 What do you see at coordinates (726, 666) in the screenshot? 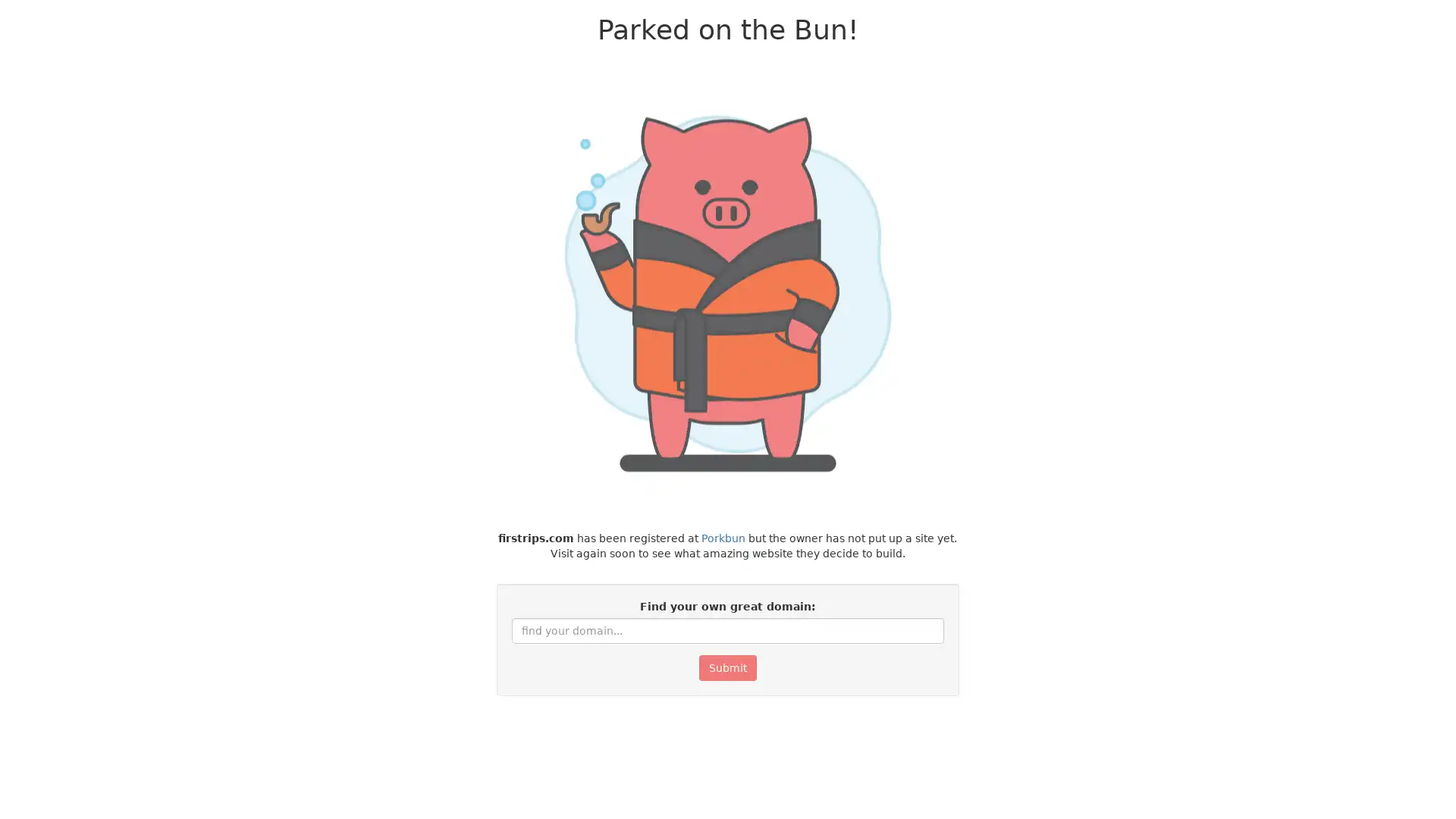
I see `Submit` at bounding box center [726, 666].